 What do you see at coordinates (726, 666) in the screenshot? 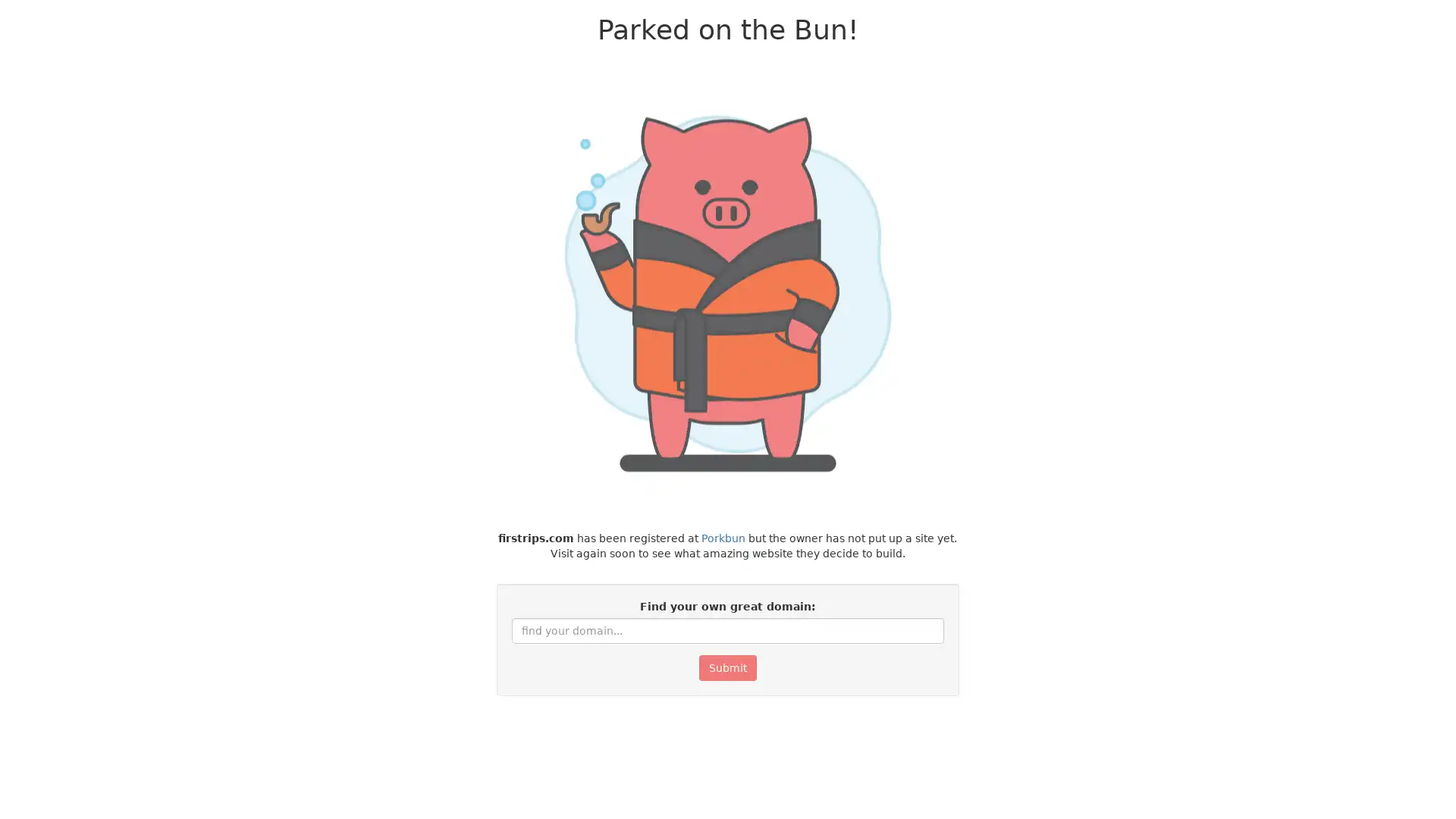
I see `Submit` at bounding box center [726, 666].